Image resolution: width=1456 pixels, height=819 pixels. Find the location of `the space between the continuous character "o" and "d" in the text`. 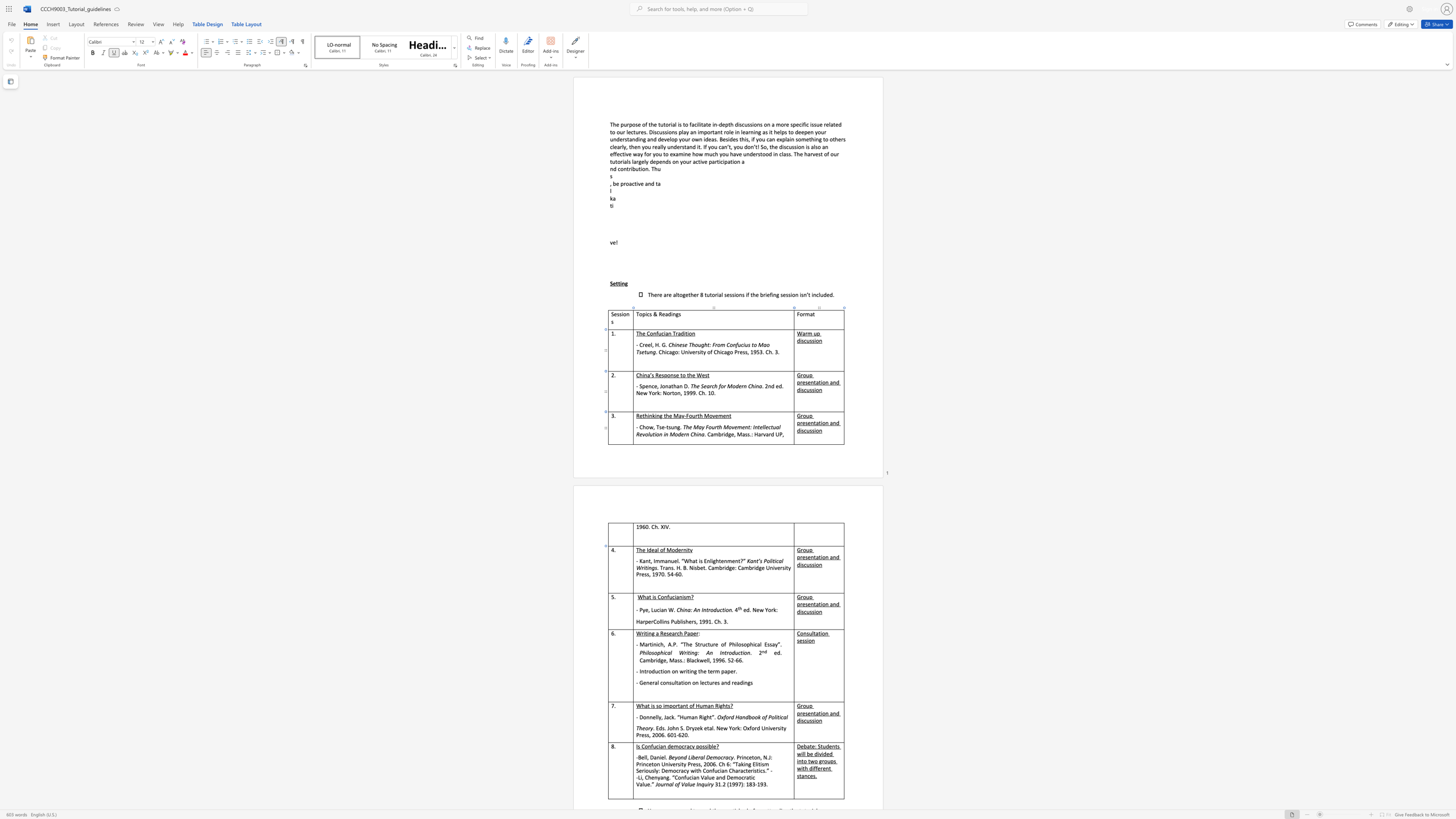

the space between the continuous character "o" and "d" in the text is located at coordinates (674, 549).